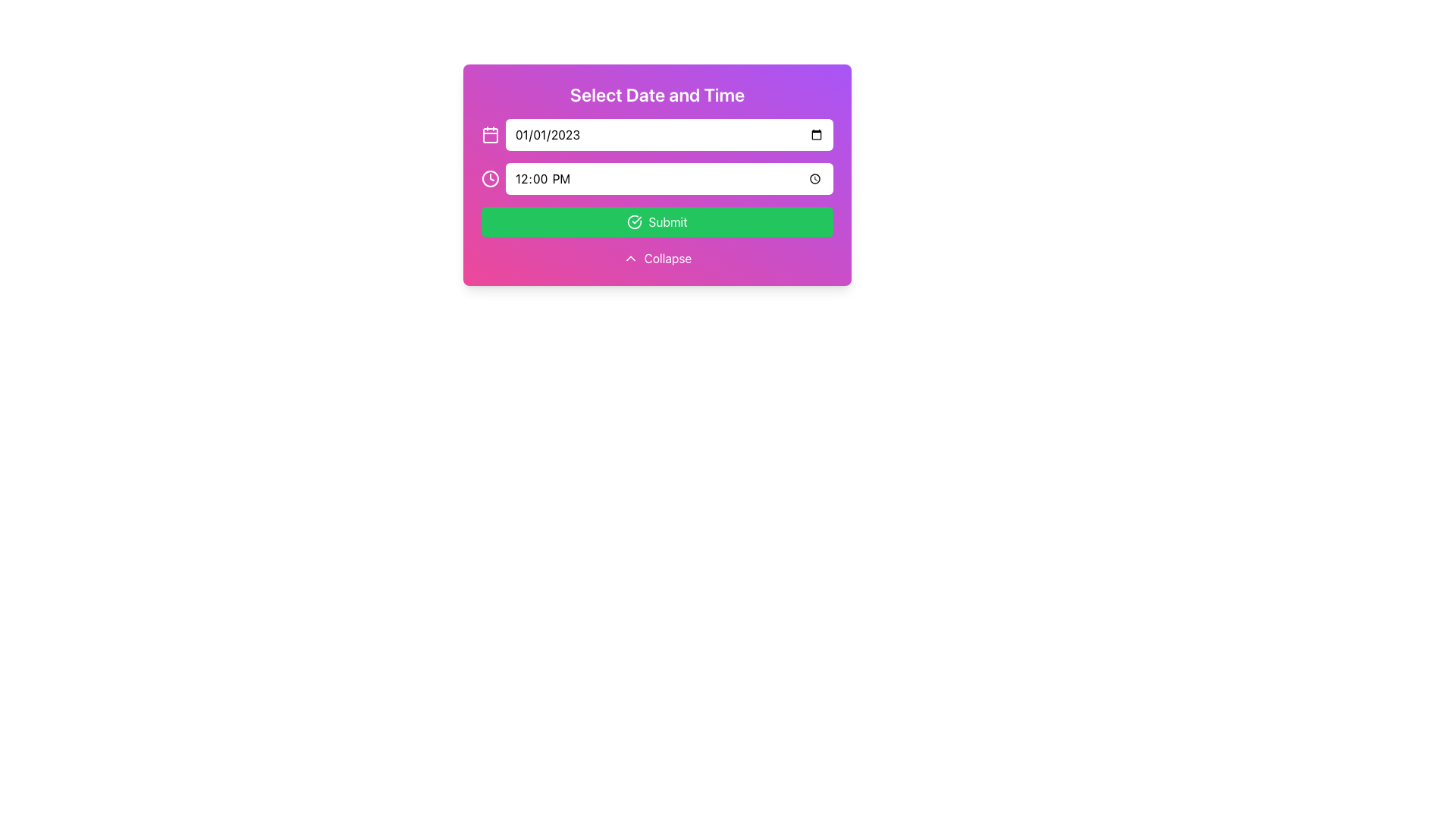  What do you see at coordinates (491, 134) in the screenshot?
I see `the main rectangular part of the calendar icon, which is an SVG element located next to the date input field at the top of the form` at bounding box center [491, 134].